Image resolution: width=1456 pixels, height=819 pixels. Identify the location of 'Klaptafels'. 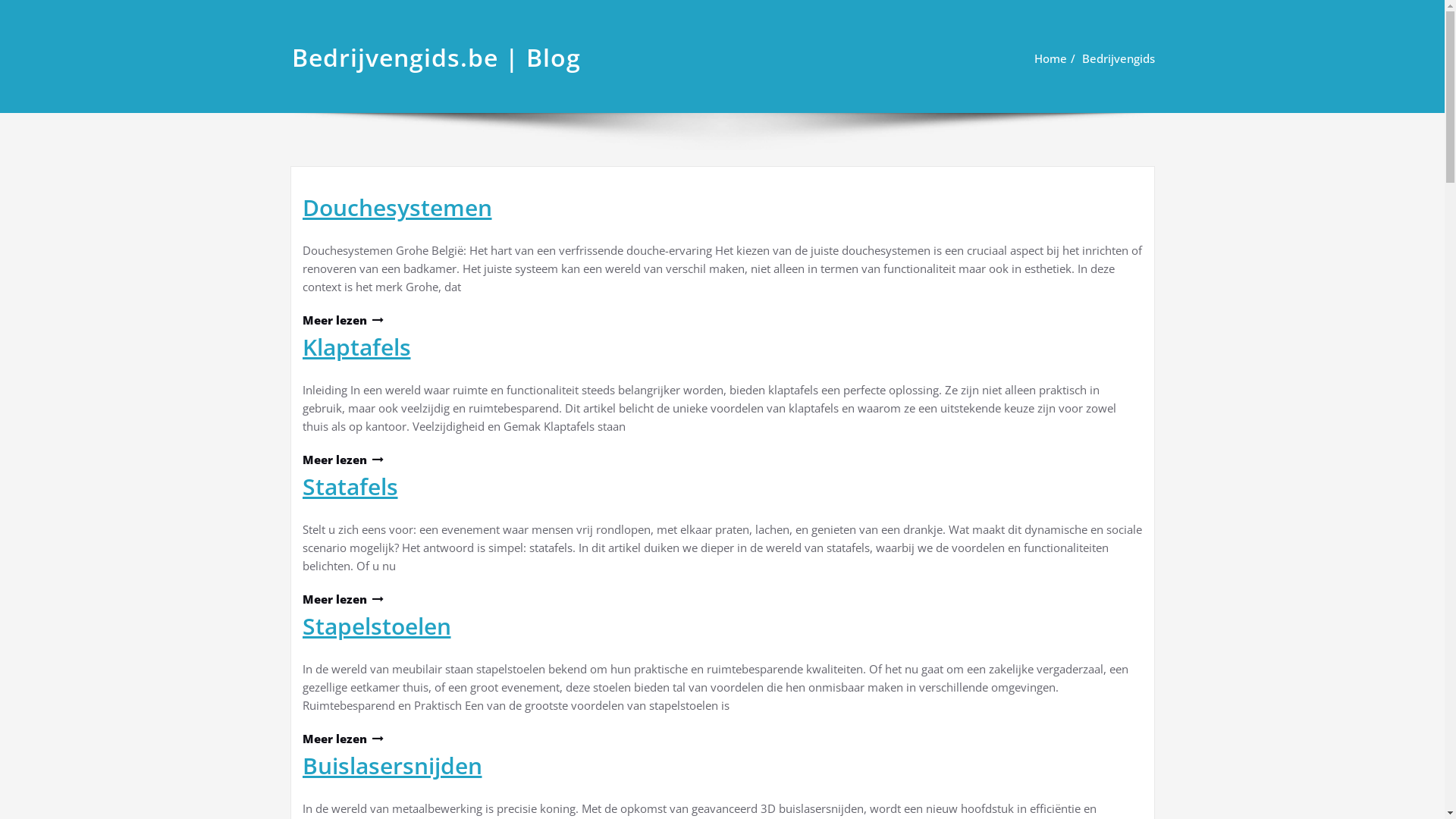
(355, 347).